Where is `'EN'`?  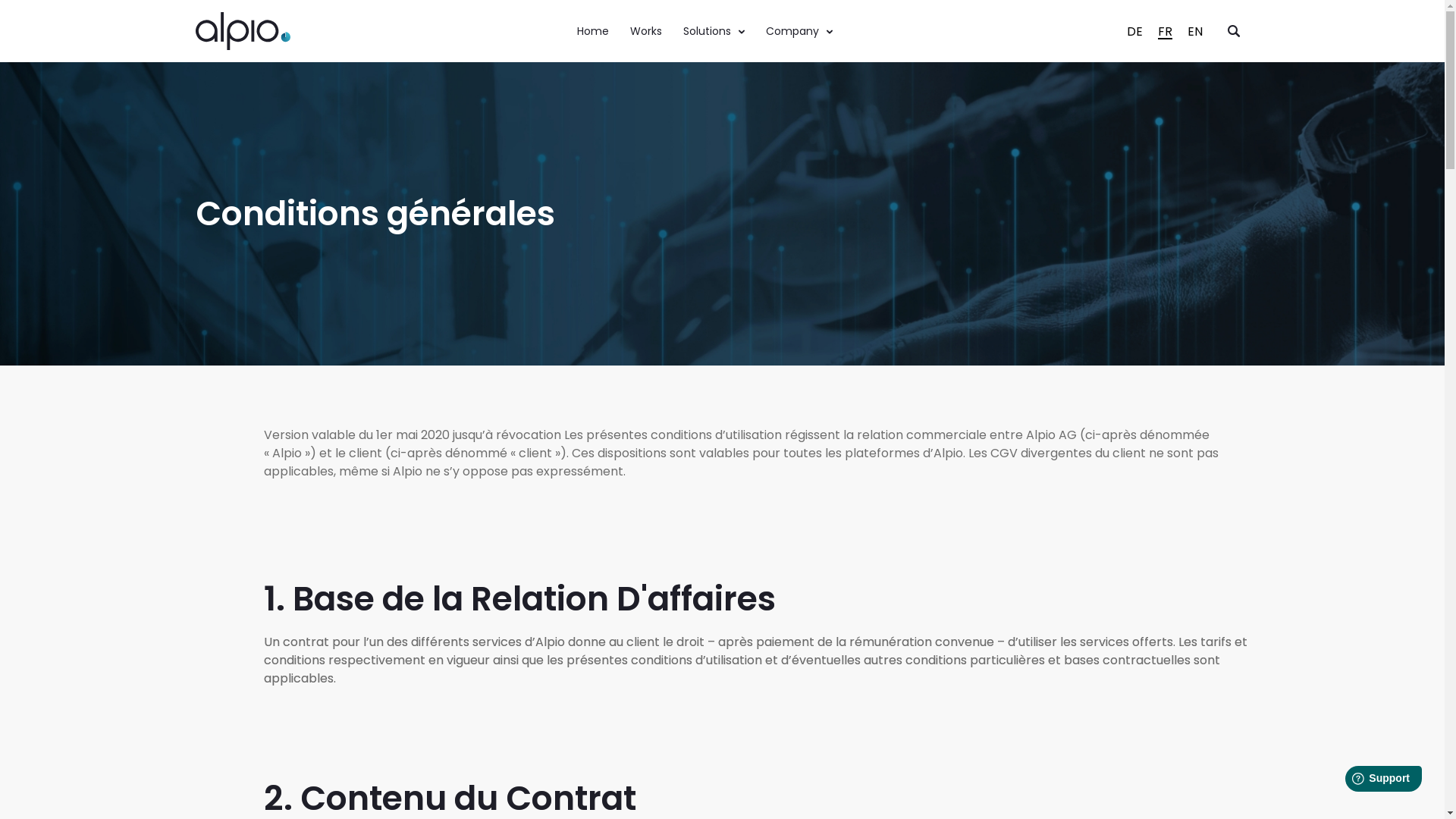 'EN' is located at coordinates (1178, 31).